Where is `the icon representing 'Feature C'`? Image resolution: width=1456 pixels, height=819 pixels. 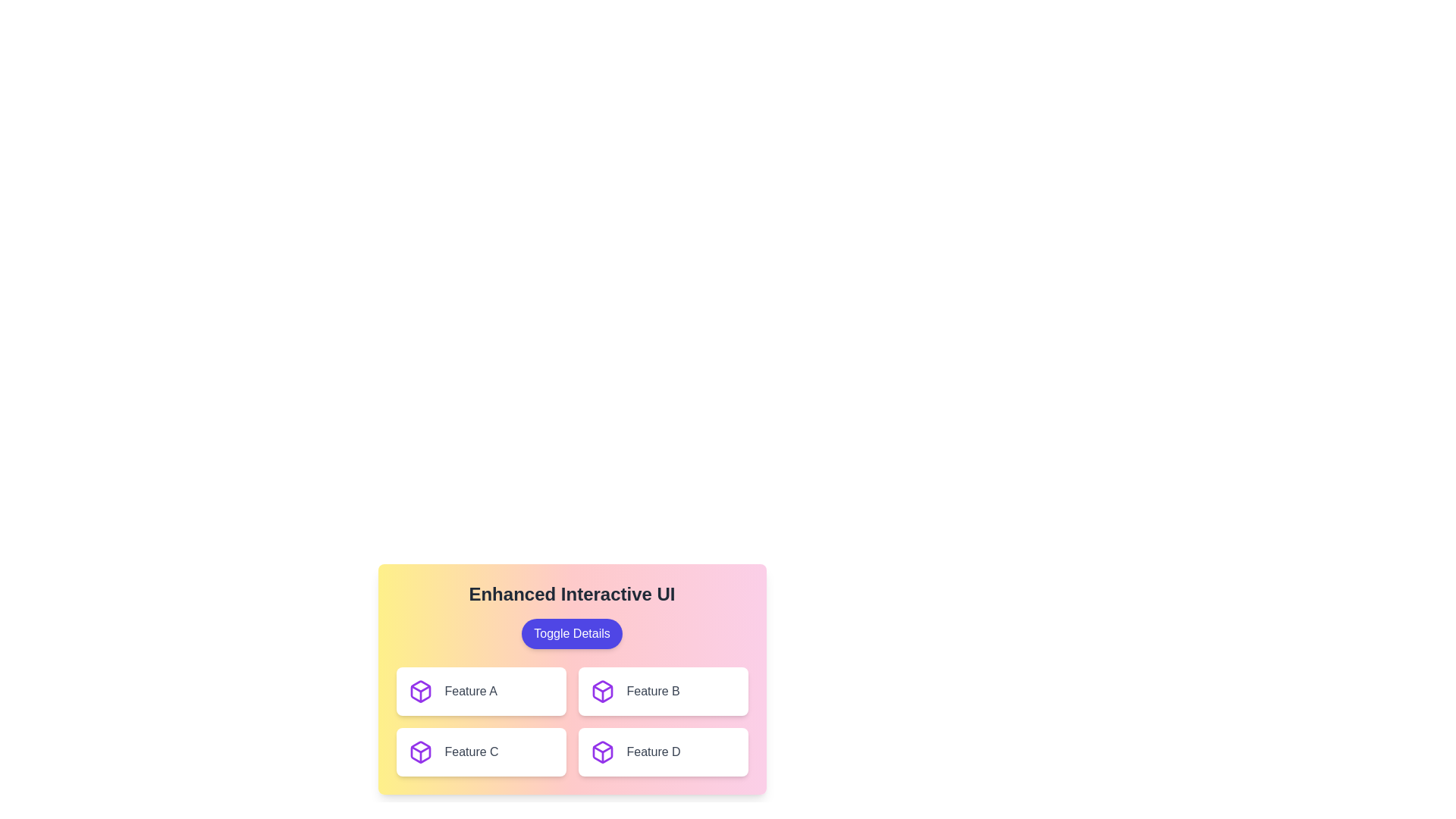 the icon representing 'Feature C' is located at coordinates (420, 752).